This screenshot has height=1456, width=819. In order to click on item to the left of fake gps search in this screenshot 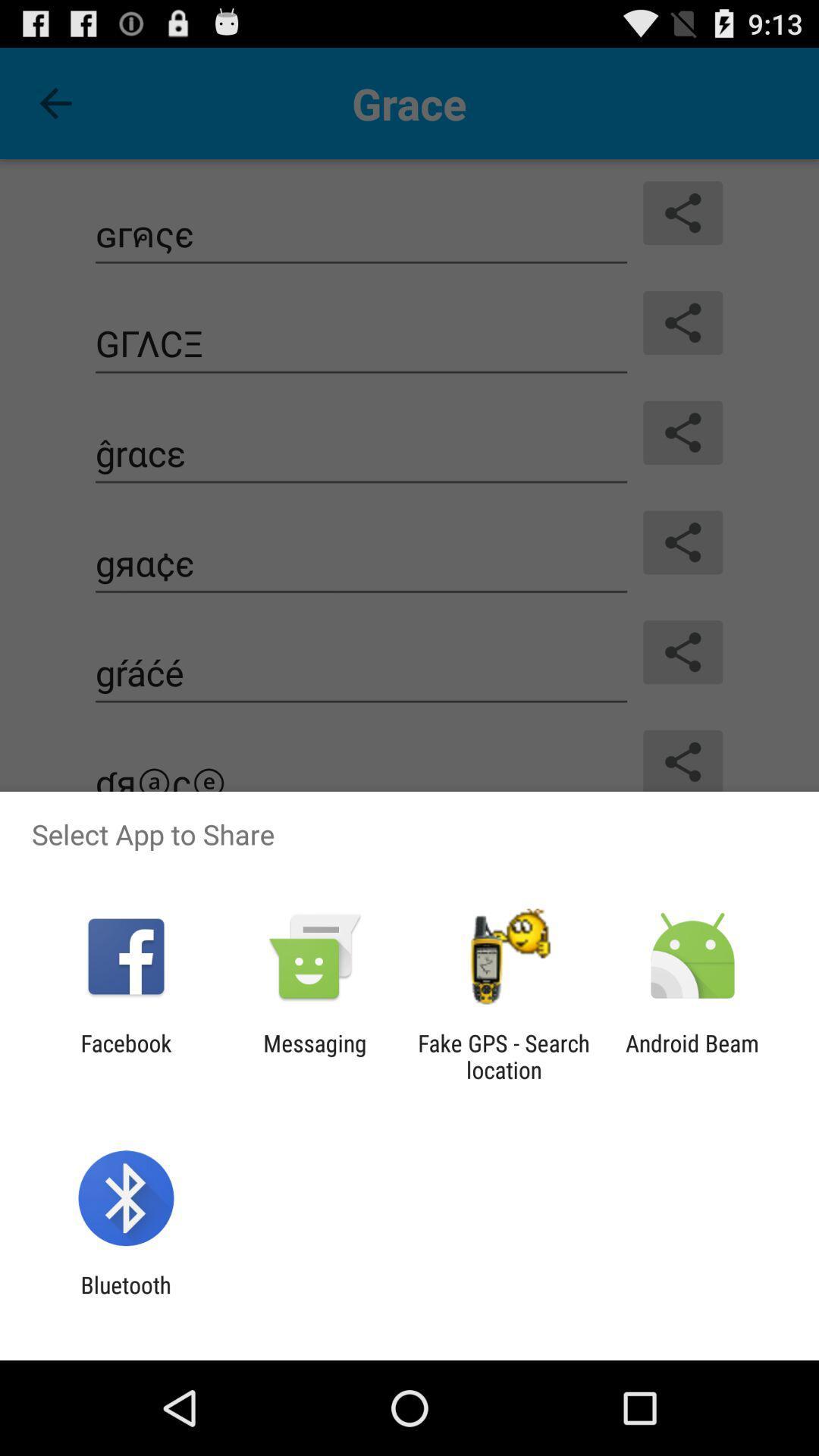, I will do `click(314, 1056)`.